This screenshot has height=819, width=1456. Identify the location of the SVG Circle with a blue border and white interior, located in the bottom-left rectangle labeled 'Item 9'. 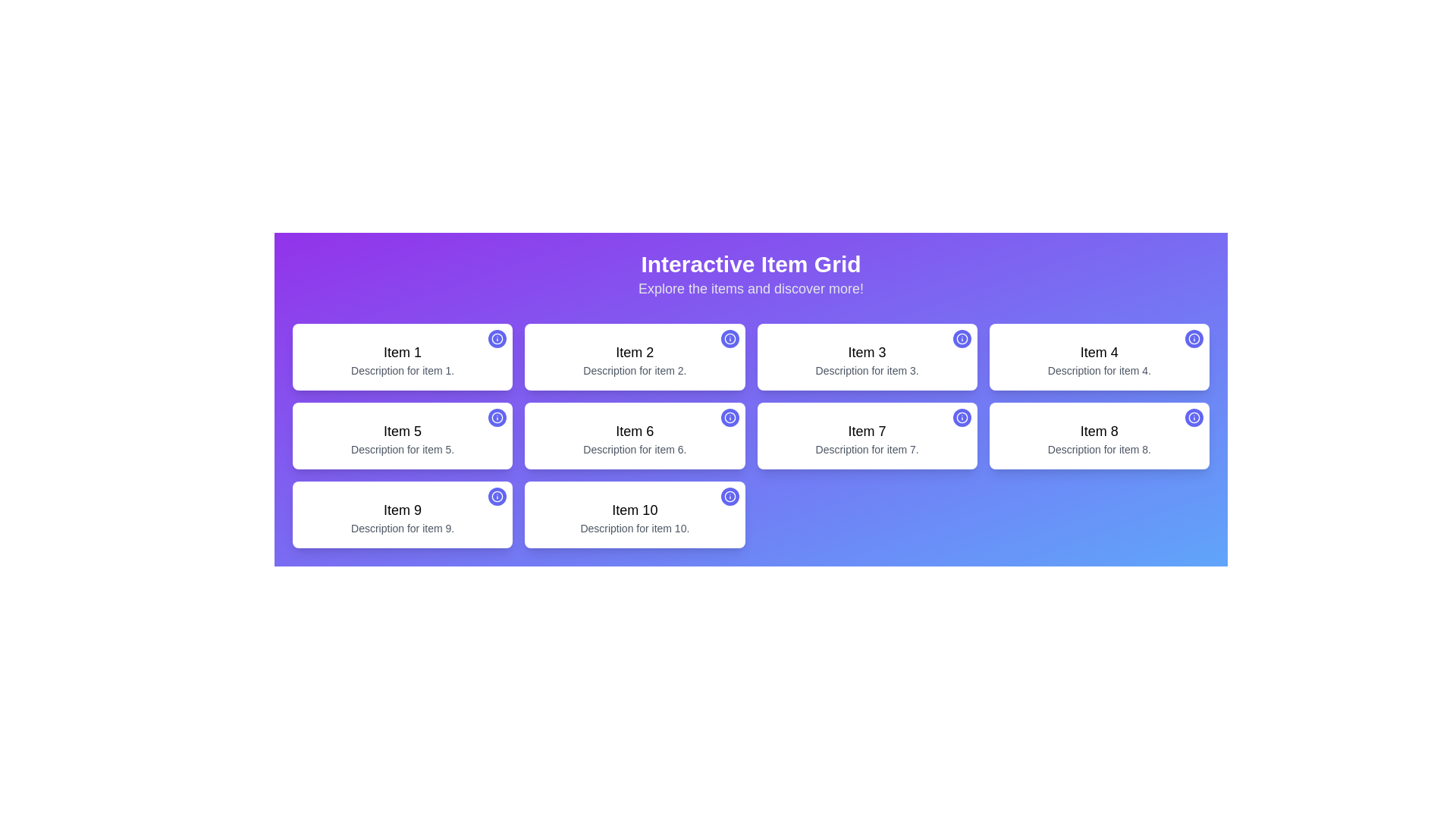
(497, 497).